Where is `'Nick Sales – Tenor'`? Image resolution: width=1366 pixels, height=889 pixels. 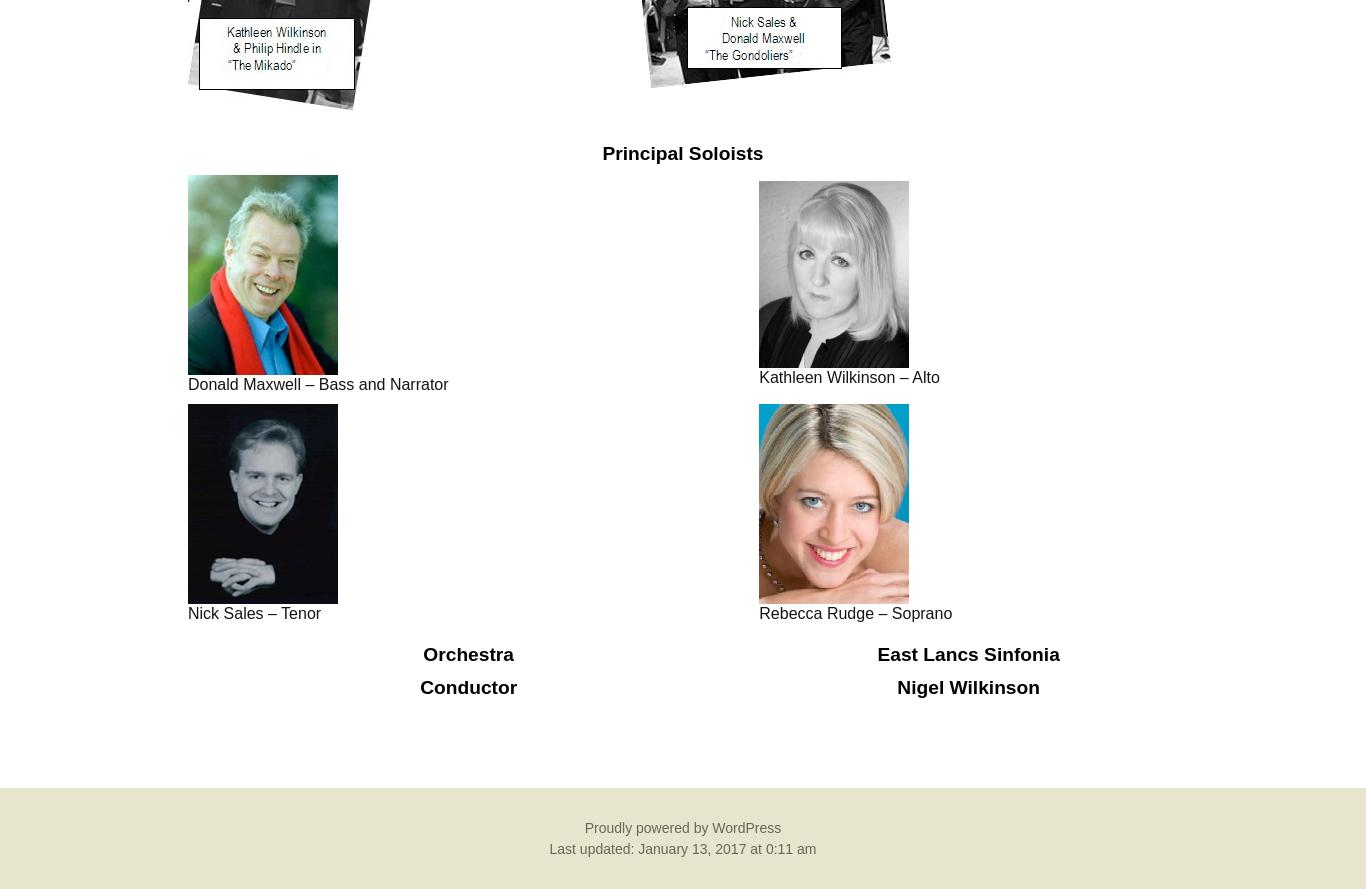 'Nick Sales – Tenor' is located at coordinates (254, 611).